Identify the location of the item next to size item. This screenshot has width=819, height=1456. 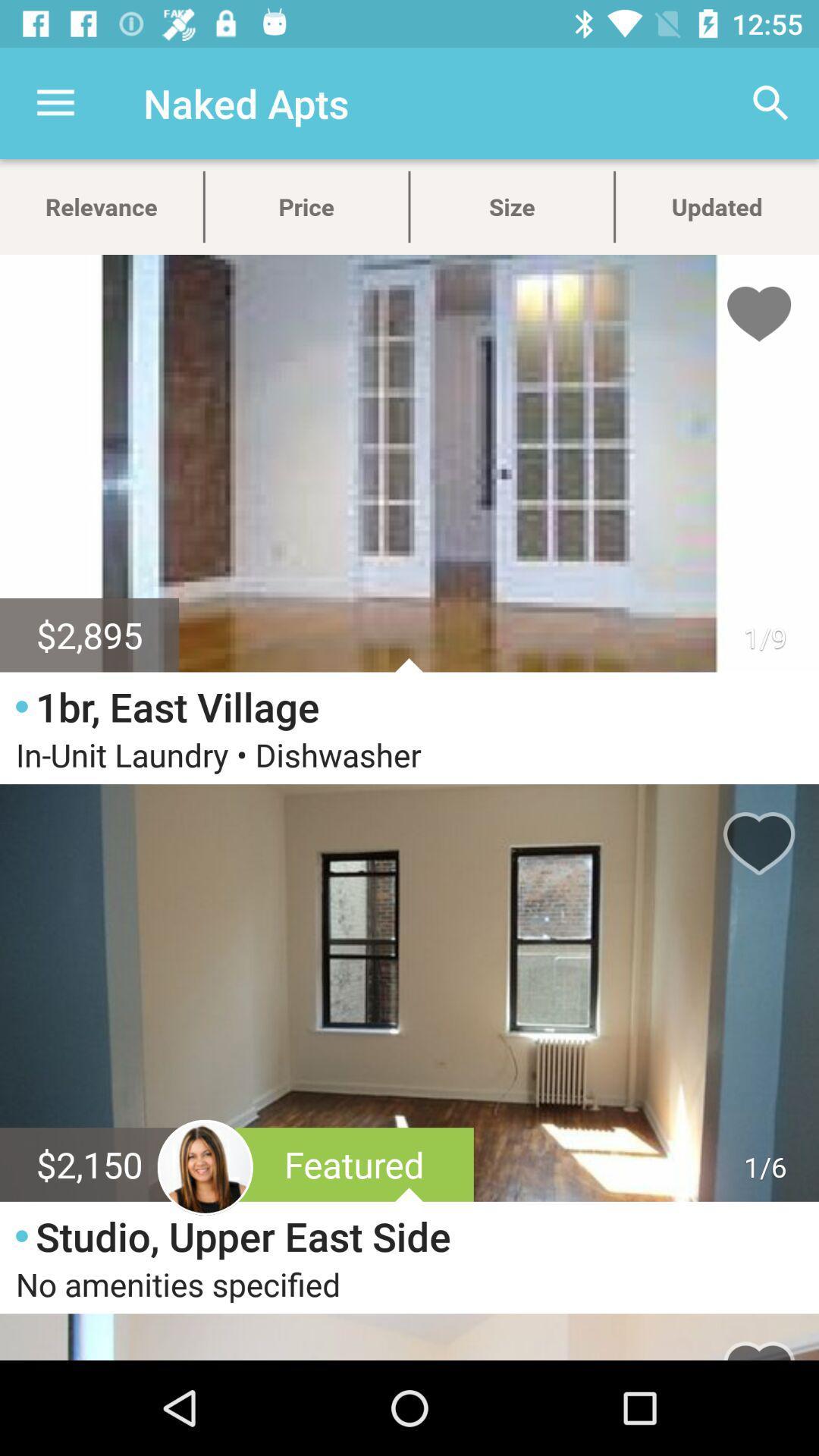
(771, 102).